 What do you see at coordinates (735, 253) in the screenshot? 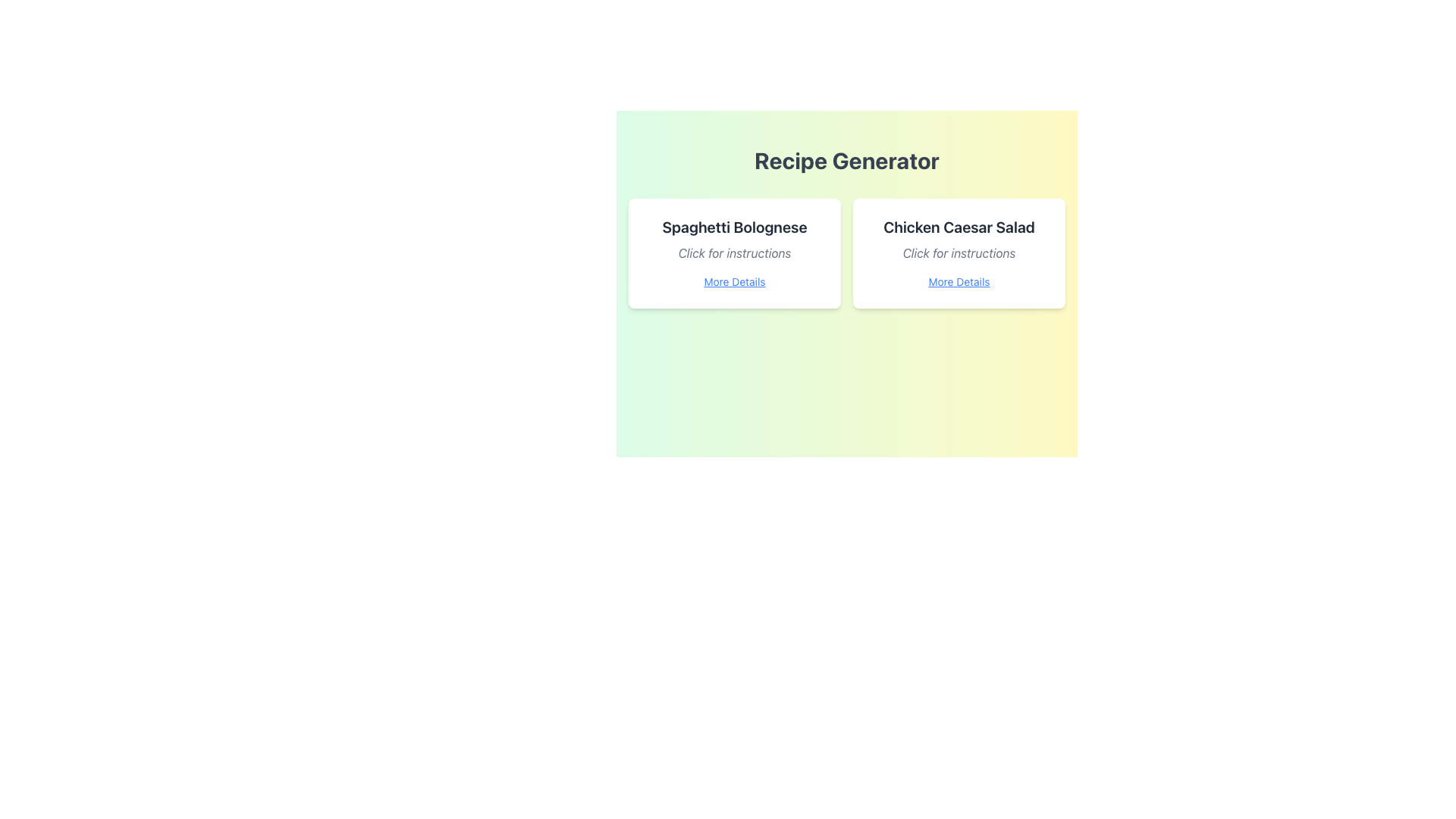
I see `the italicized gray text saying 'Click for instructions' located below 'Spaghetti Bolognese' and above the 'More Details' link` at bounding box center [735, 253].